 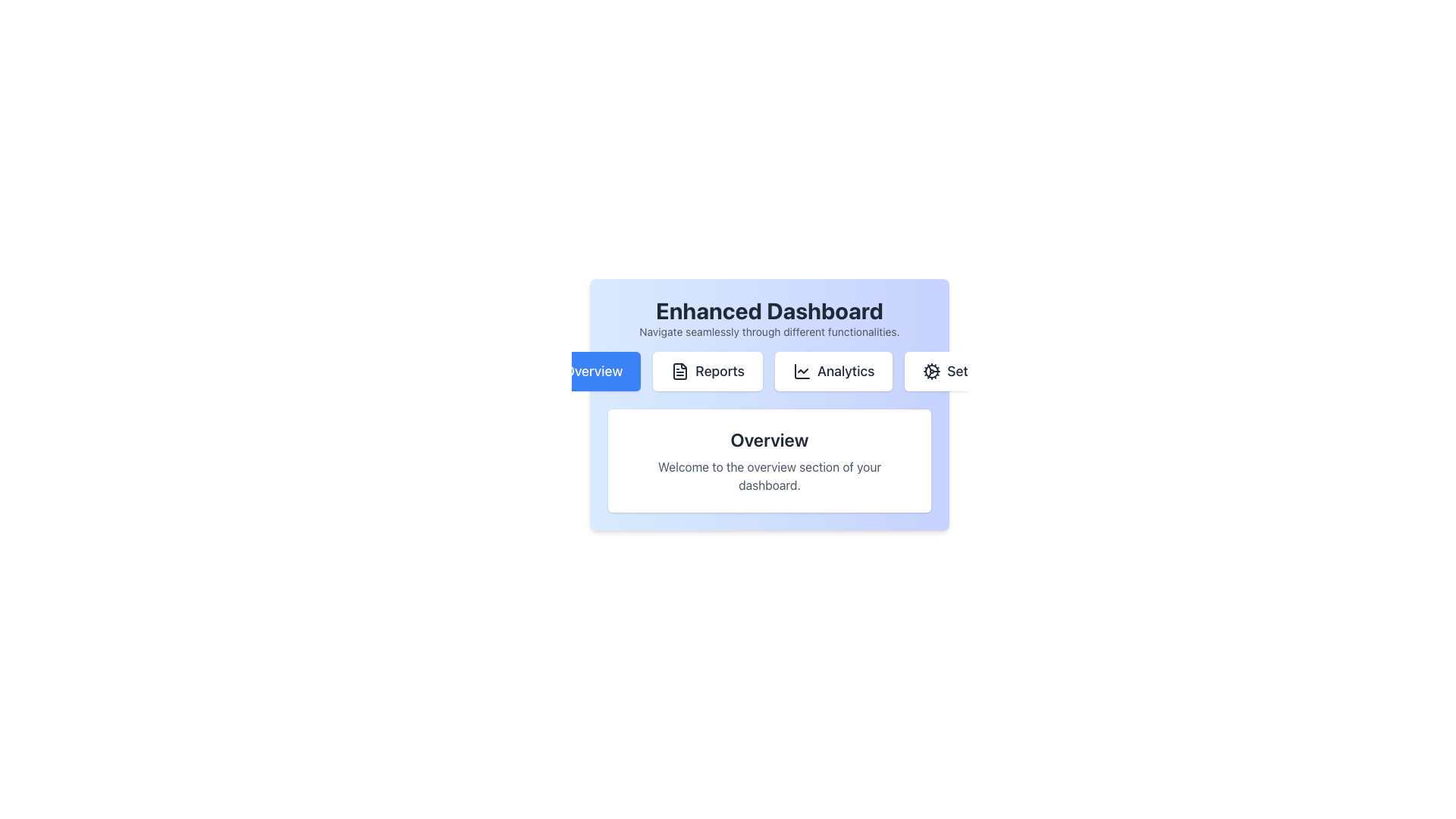 I want to click on the file icon in the navigation bar, which is part of the 'Reports' button, located next to the 'Overview' button and before the 'Analytics' button, for interface feedback, so click(x=679, y=371).